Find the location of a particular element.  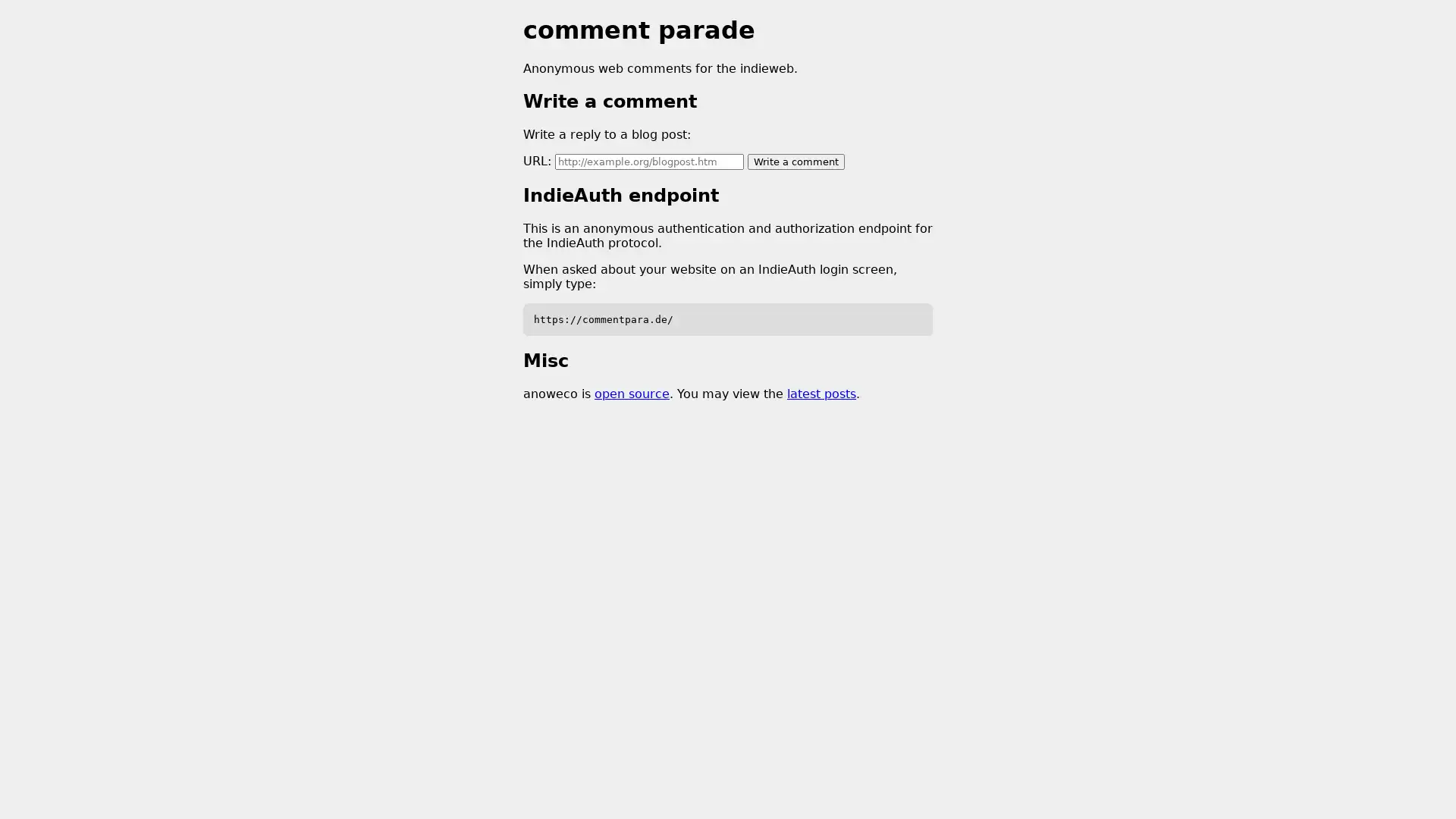

Write a comment is located at coordinates (795, 161).